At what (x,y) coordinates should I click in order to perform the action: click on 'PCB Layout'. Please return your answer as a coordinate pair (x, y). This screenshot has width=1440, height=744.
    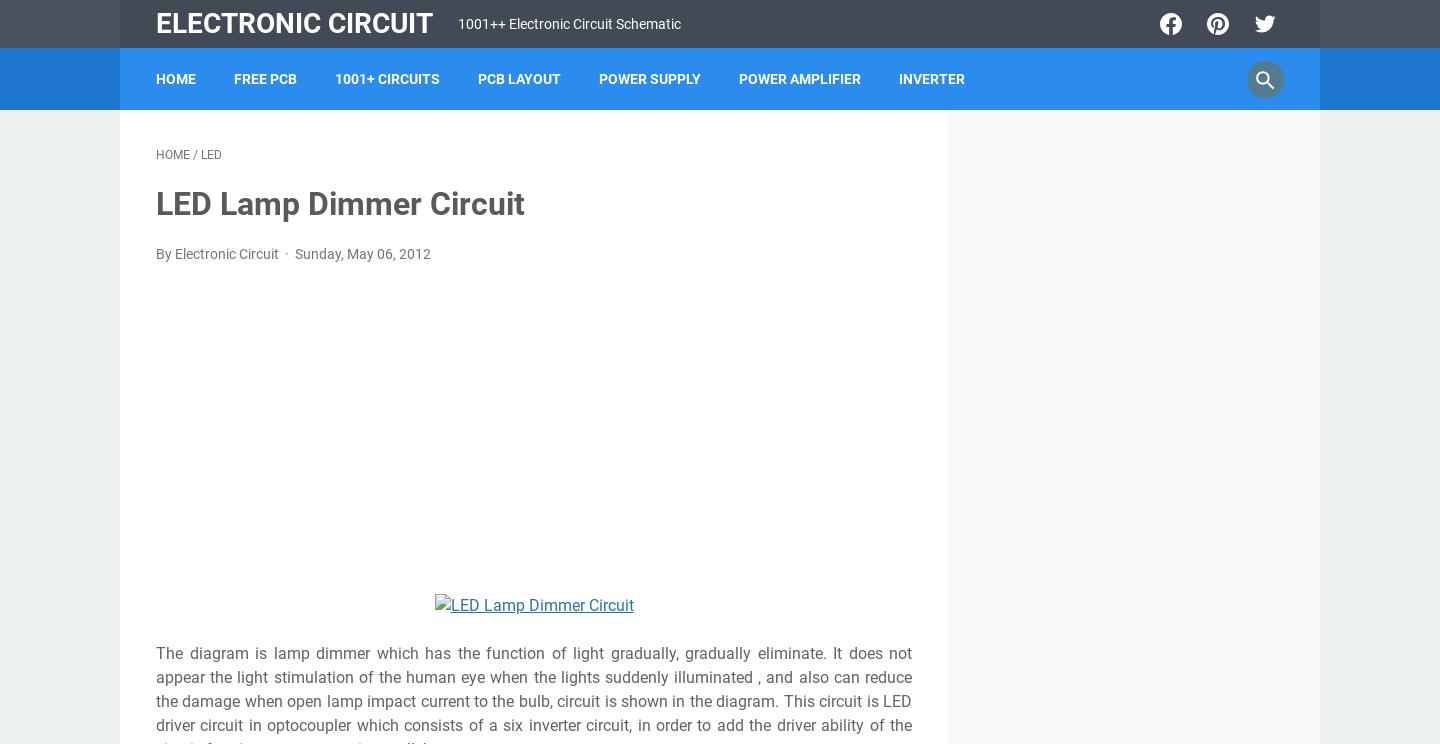
    Looking at the image, I should click on (518, 79).